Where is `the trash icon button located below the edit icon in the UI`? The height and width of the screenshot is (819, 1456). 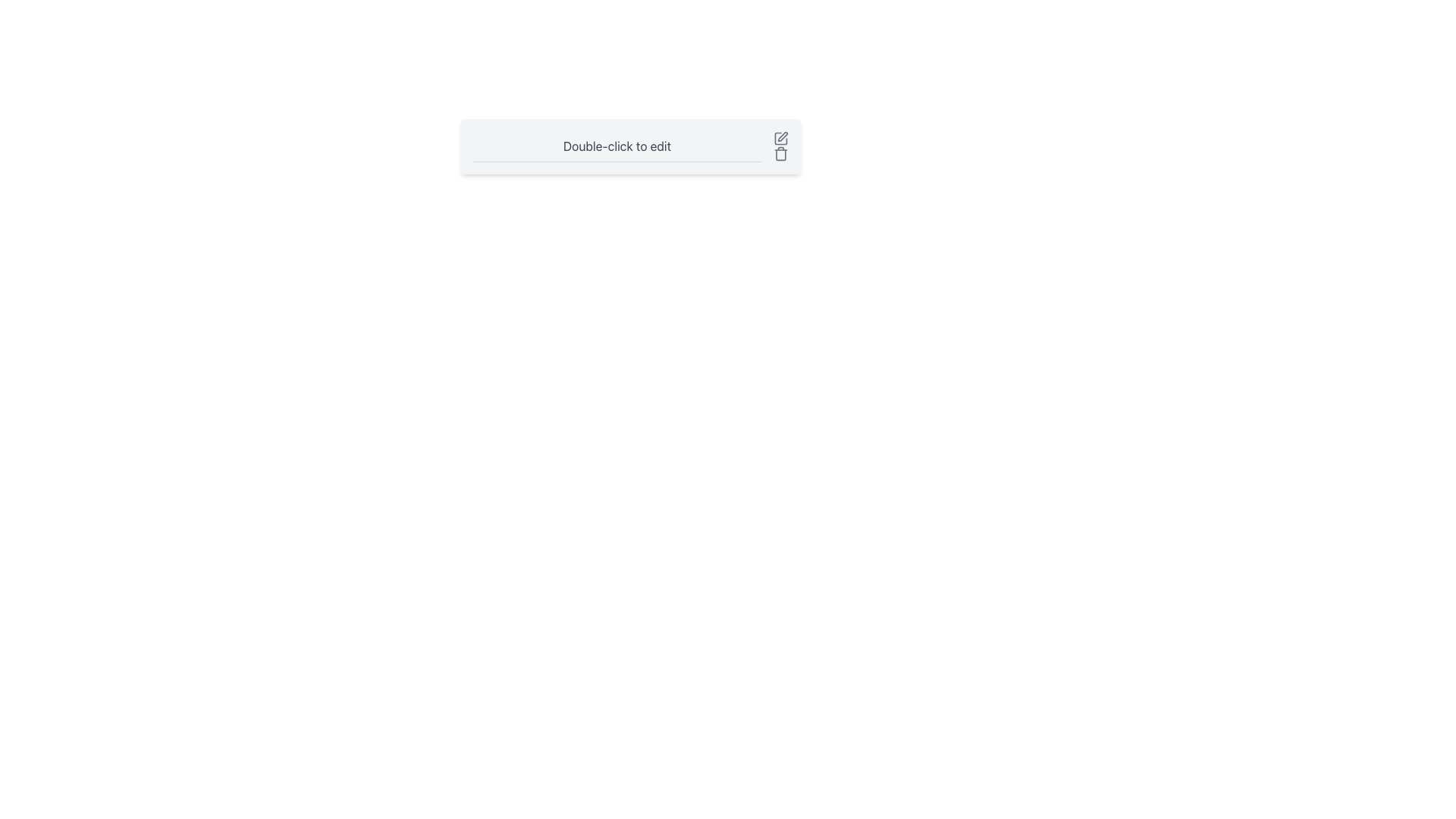
the trash icon button located below the edit icon in the UI is located at coordinates (781, 154).